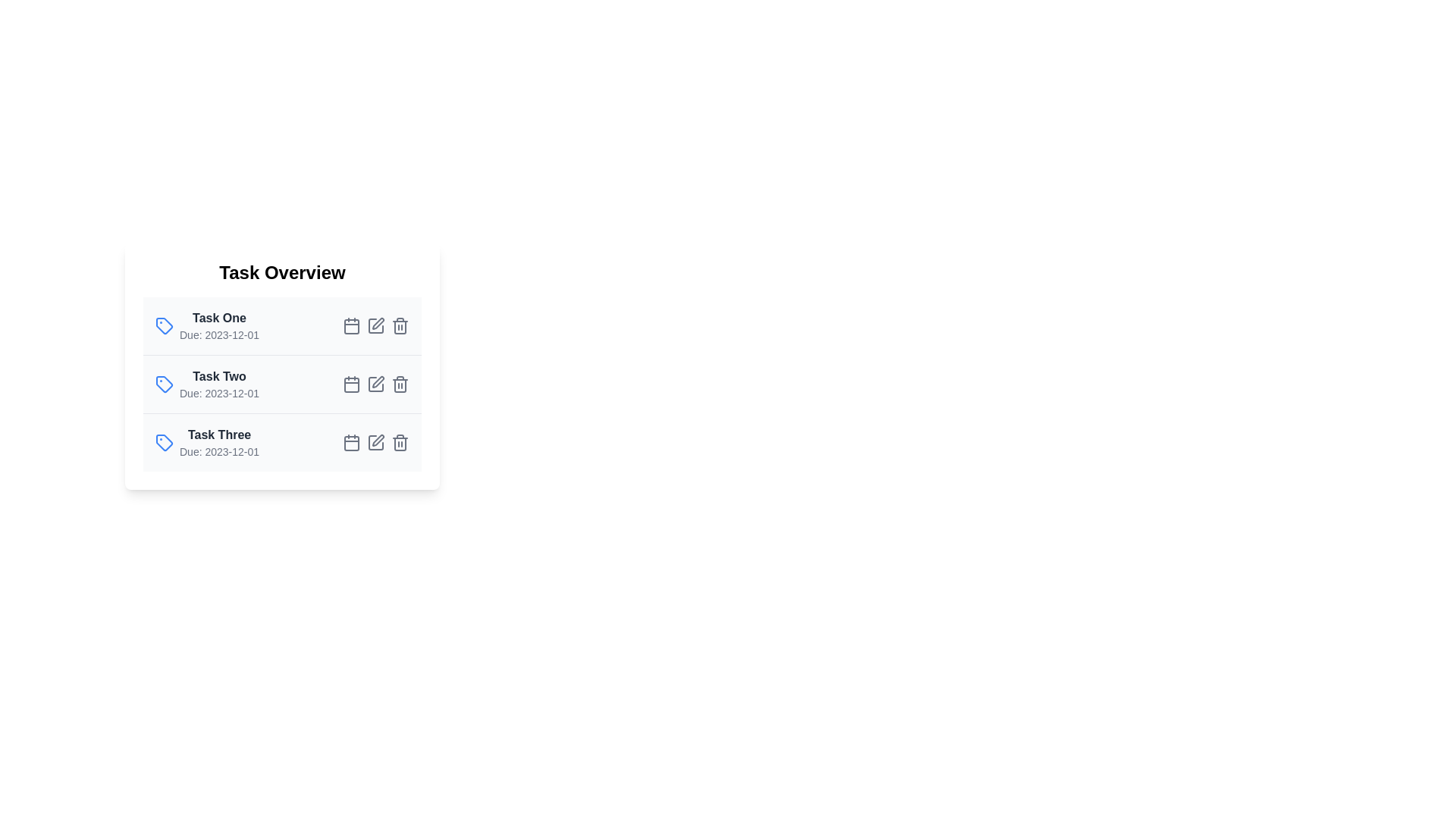 This screenshot has width=1456, height=819. I want to click on the trash bin icon button located at the rightmost position in the row for 'Task Two', so click(400, 383).